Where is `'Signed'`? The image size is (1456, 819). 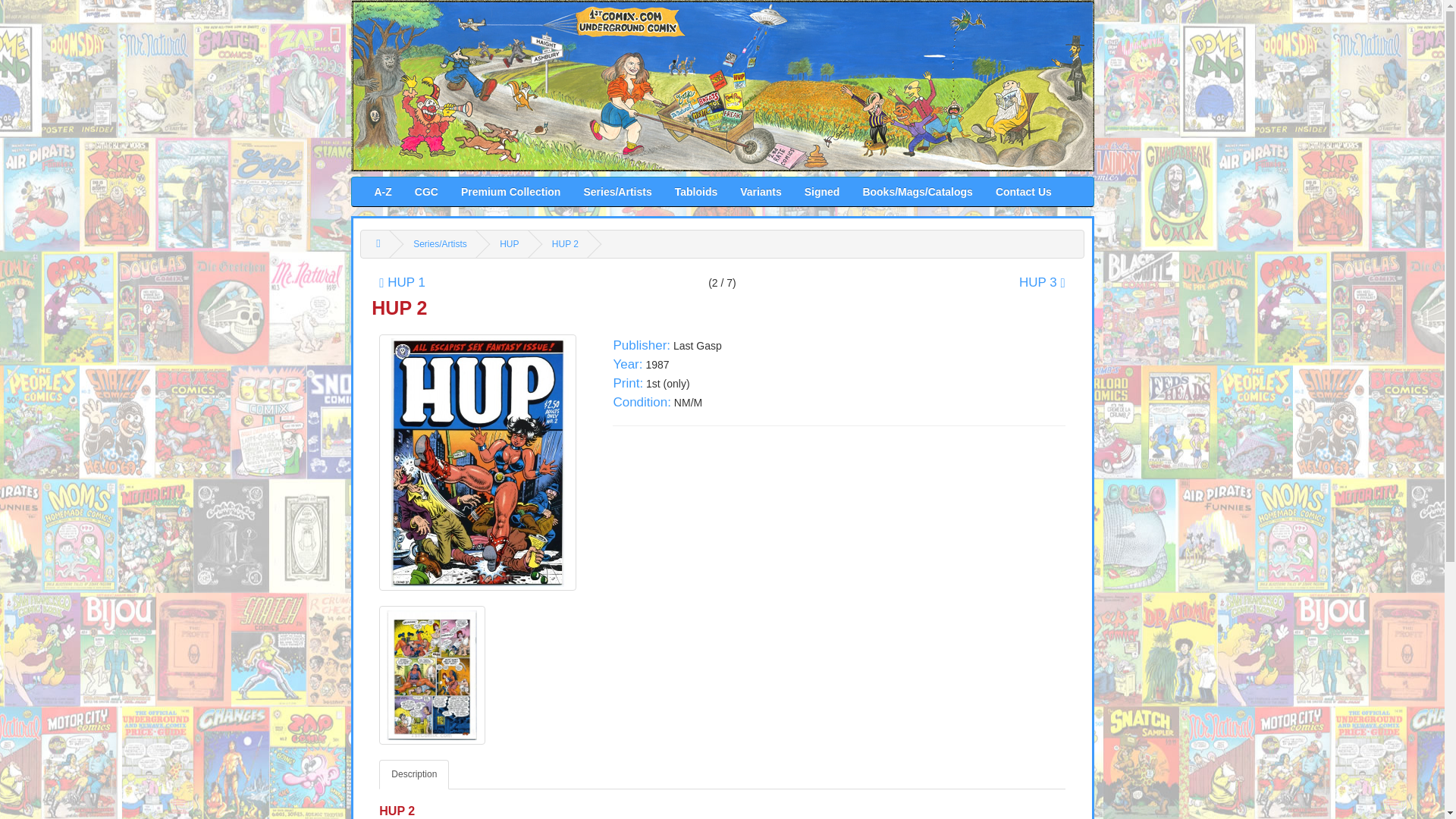 'Signed' is located at coordinates (792, 190).